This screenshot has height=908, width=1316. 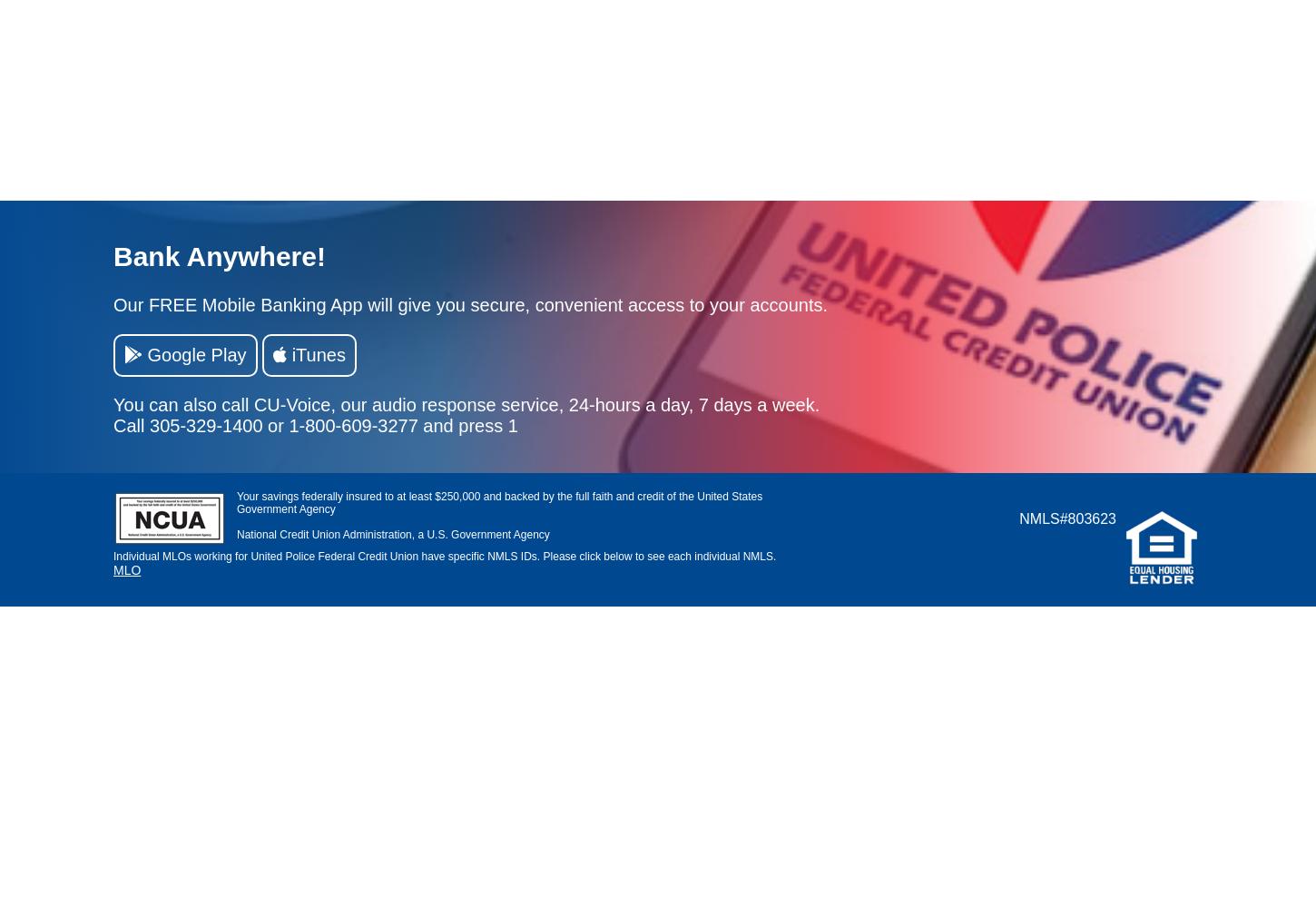 I want to click on 'Individual MLOs working for United Police Federal Credit Union have specific NMLS IDs. Please click below to see each individual NMLS.', so click(x=112, y=556).